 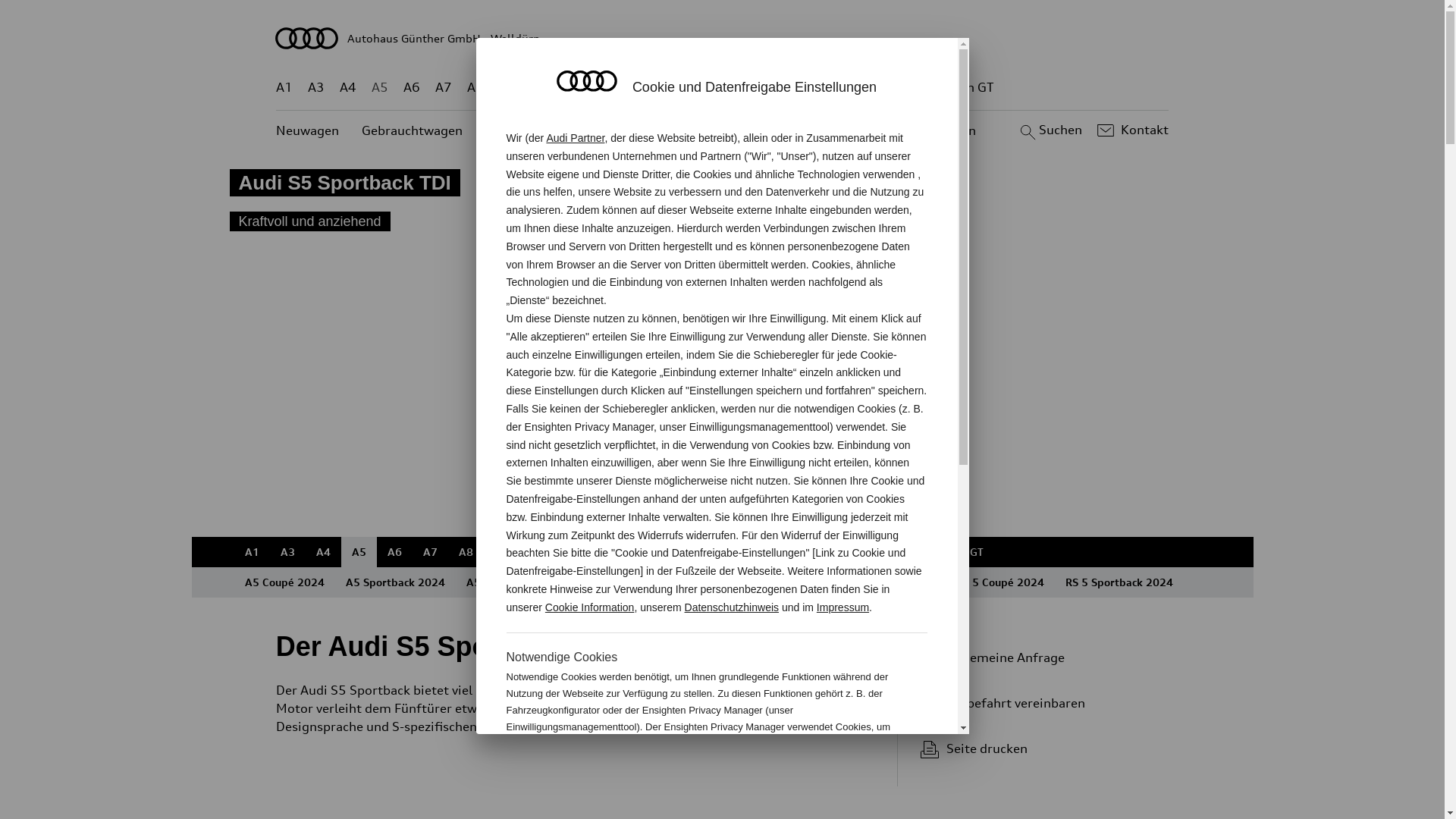 What do you see at coordinates (1053, 581) in the screenshot?
I see `'RS 5 Sportback 2024'` at bounding box center [1053, 581].